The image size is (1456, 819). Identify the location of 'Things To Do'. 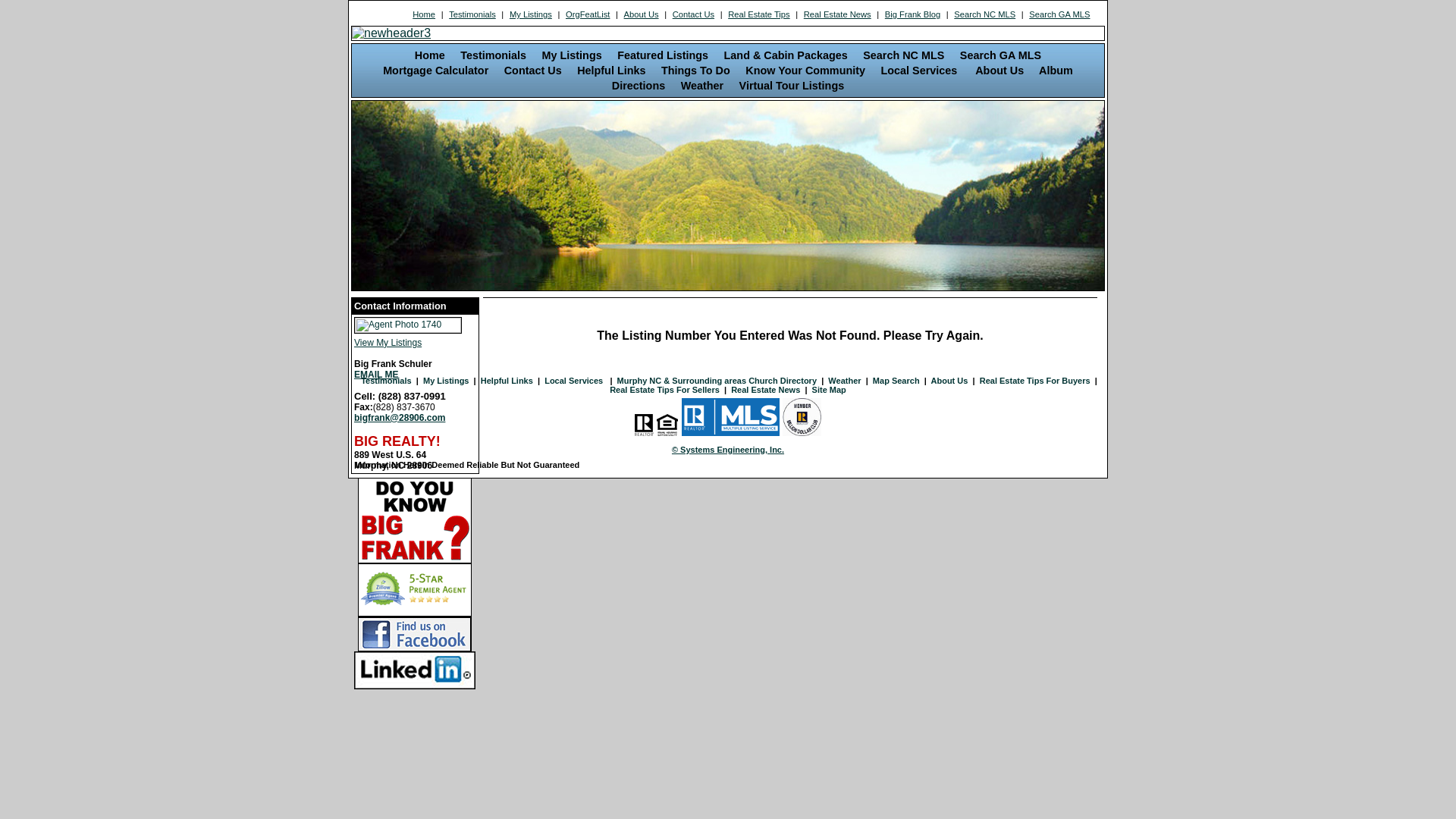
(695, 70).